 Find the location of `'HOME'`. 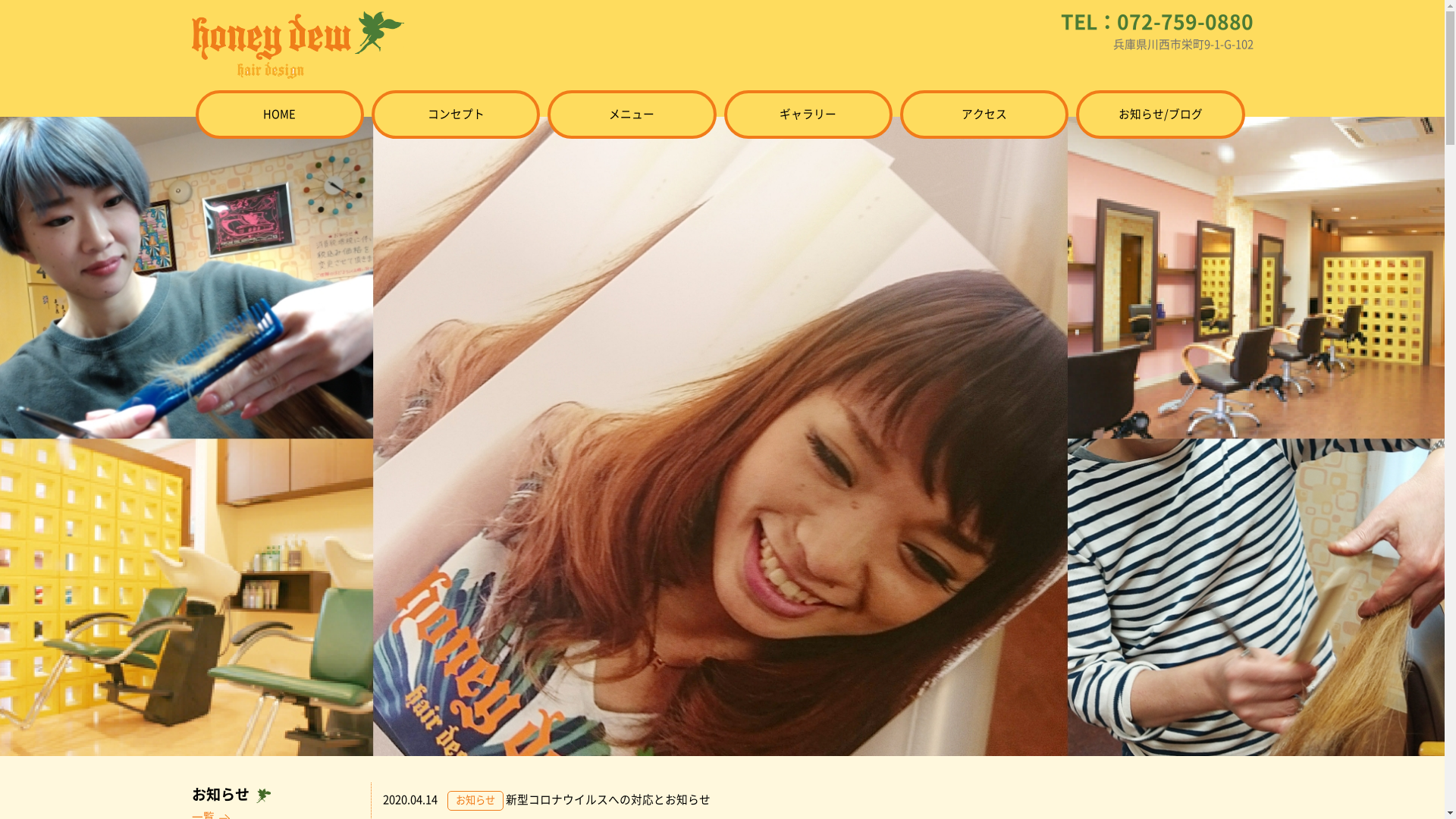

'HOME' is located at coordinates (280, 113).